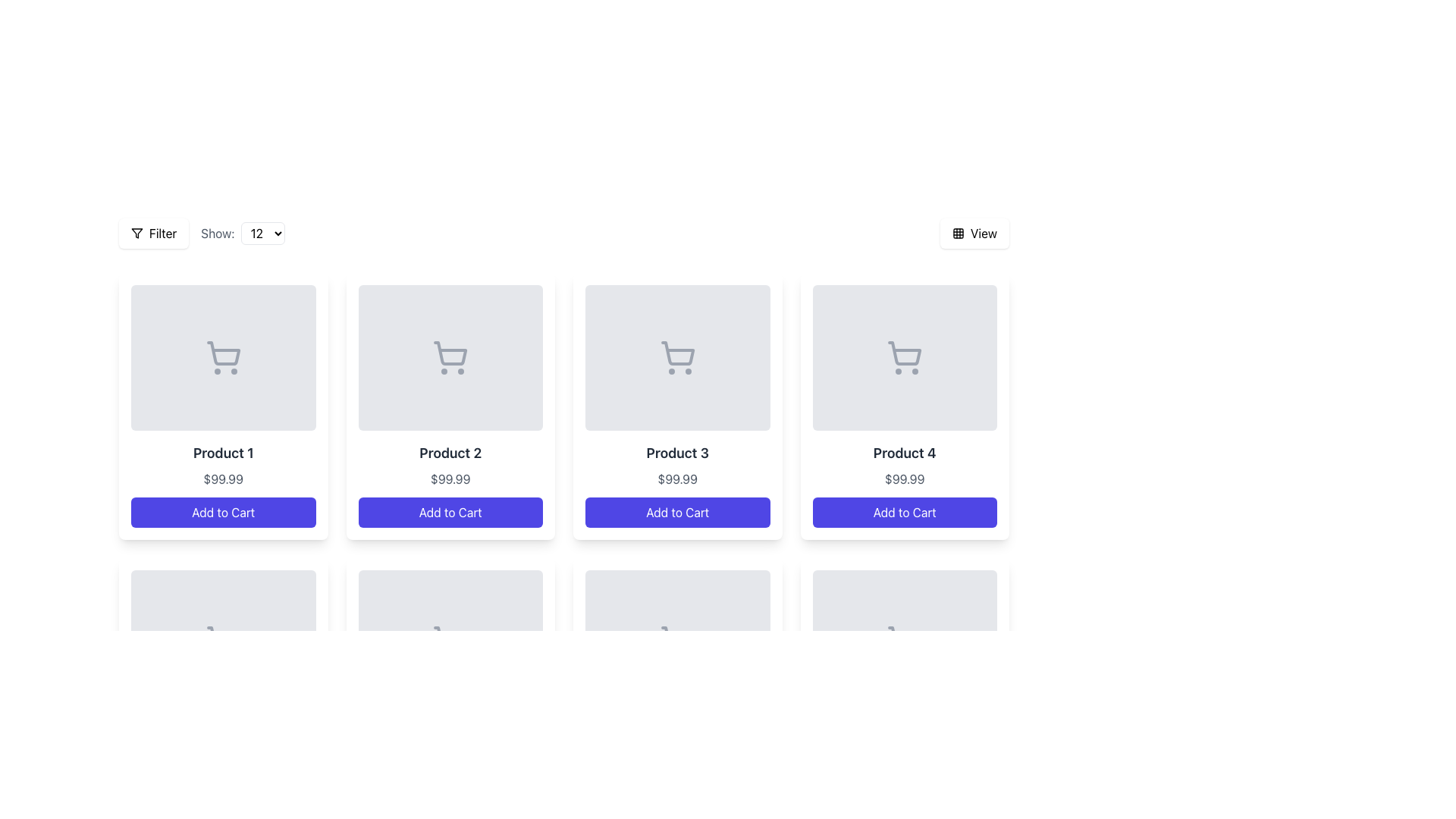 This screenshot has height=819, width=1456. What do you see at coordinates (676, 353) in the screenshot?
I see `the minimalistic shopping cart icon located within the 'Product 3' card in the third position from the left in the top row of the product grid` at bounding box center [676, 353].